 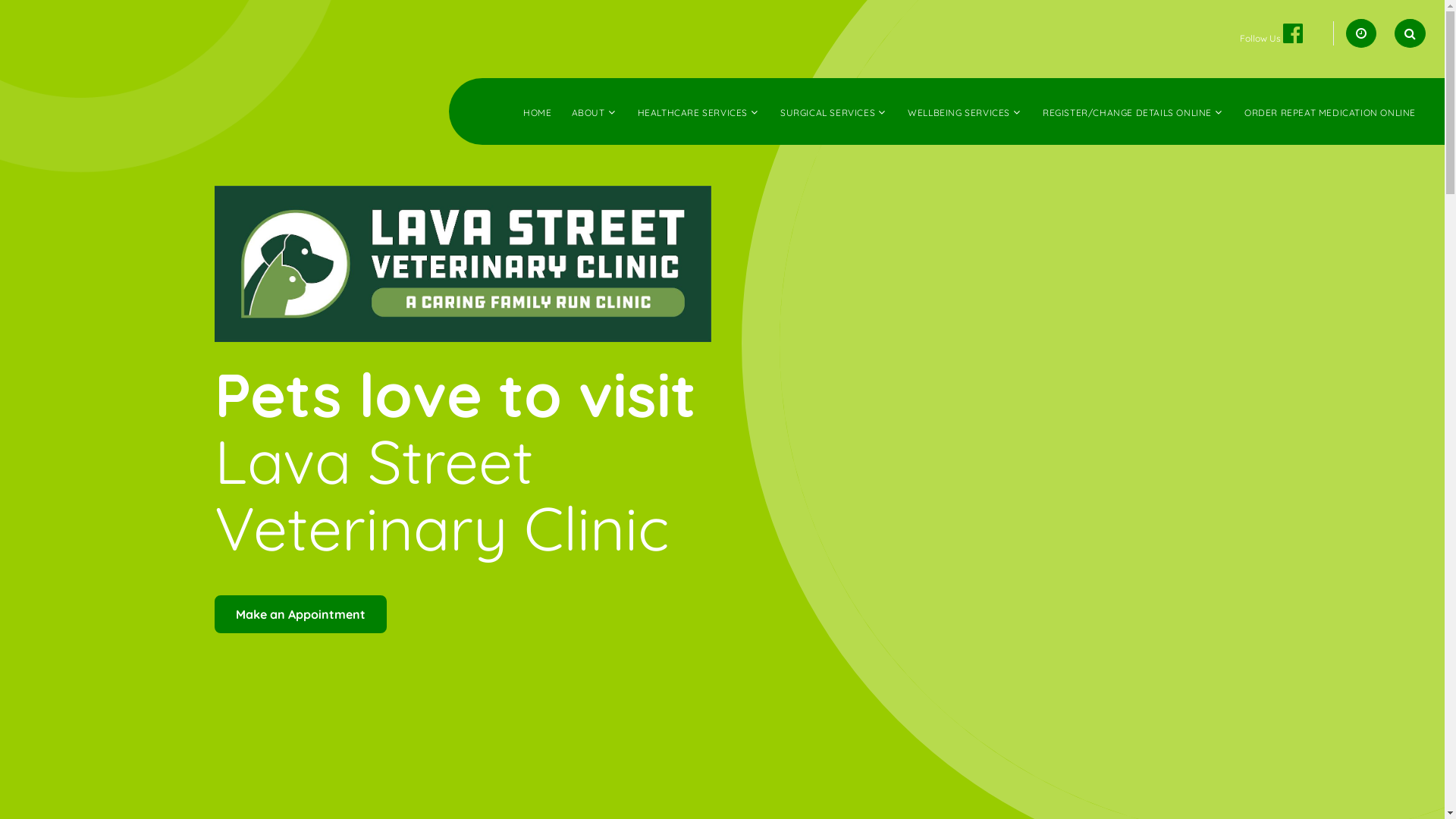 What do you see at coordinates (570, 111) in the screenshot?
I see `'ABOUT'` at bounding box center [570, 111].